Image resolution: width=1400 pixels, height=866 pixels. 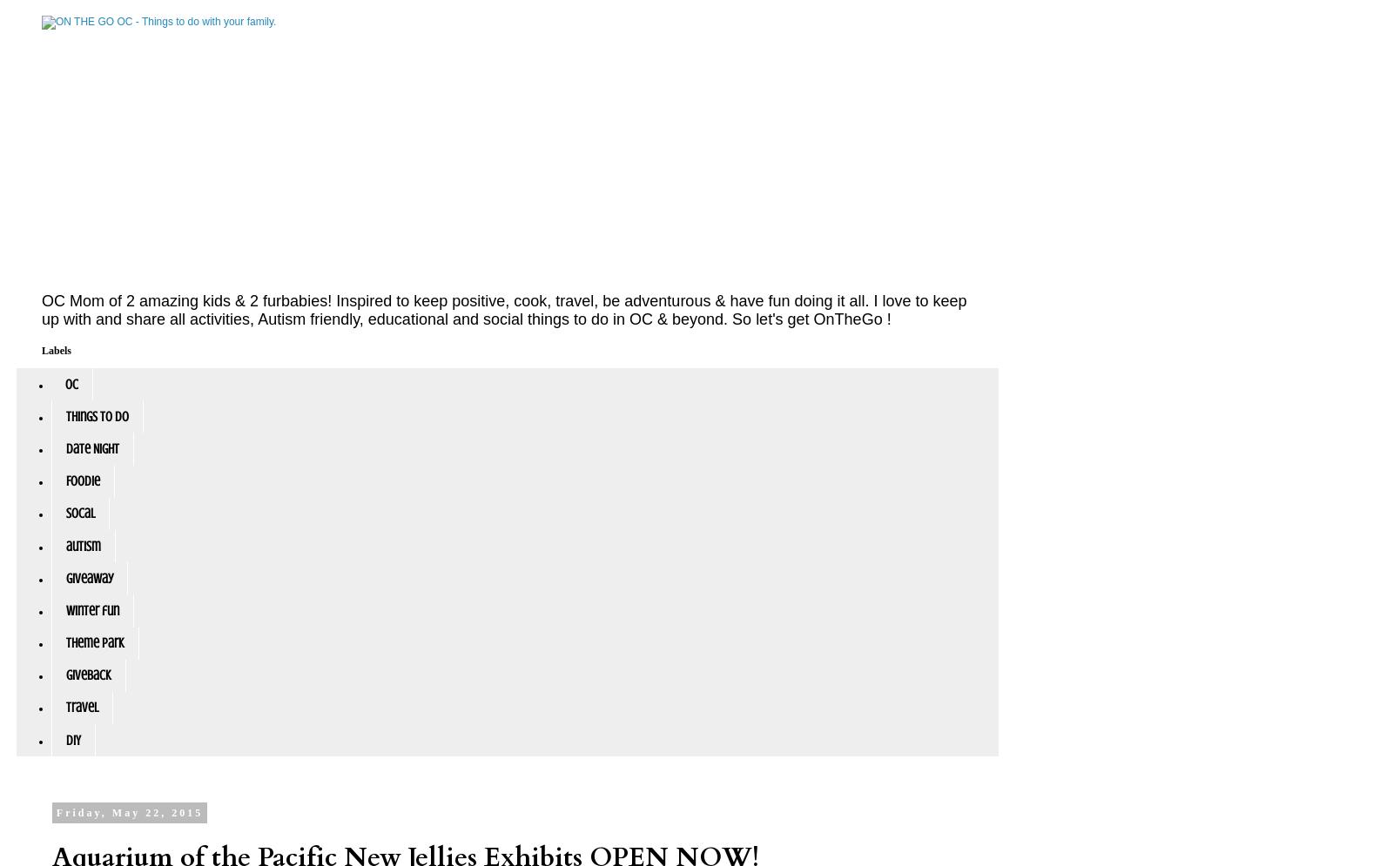 What do you see at coordinates (90, 576) in the screenshot?
I see `'giveaway'` at bounding box center [90, 576].